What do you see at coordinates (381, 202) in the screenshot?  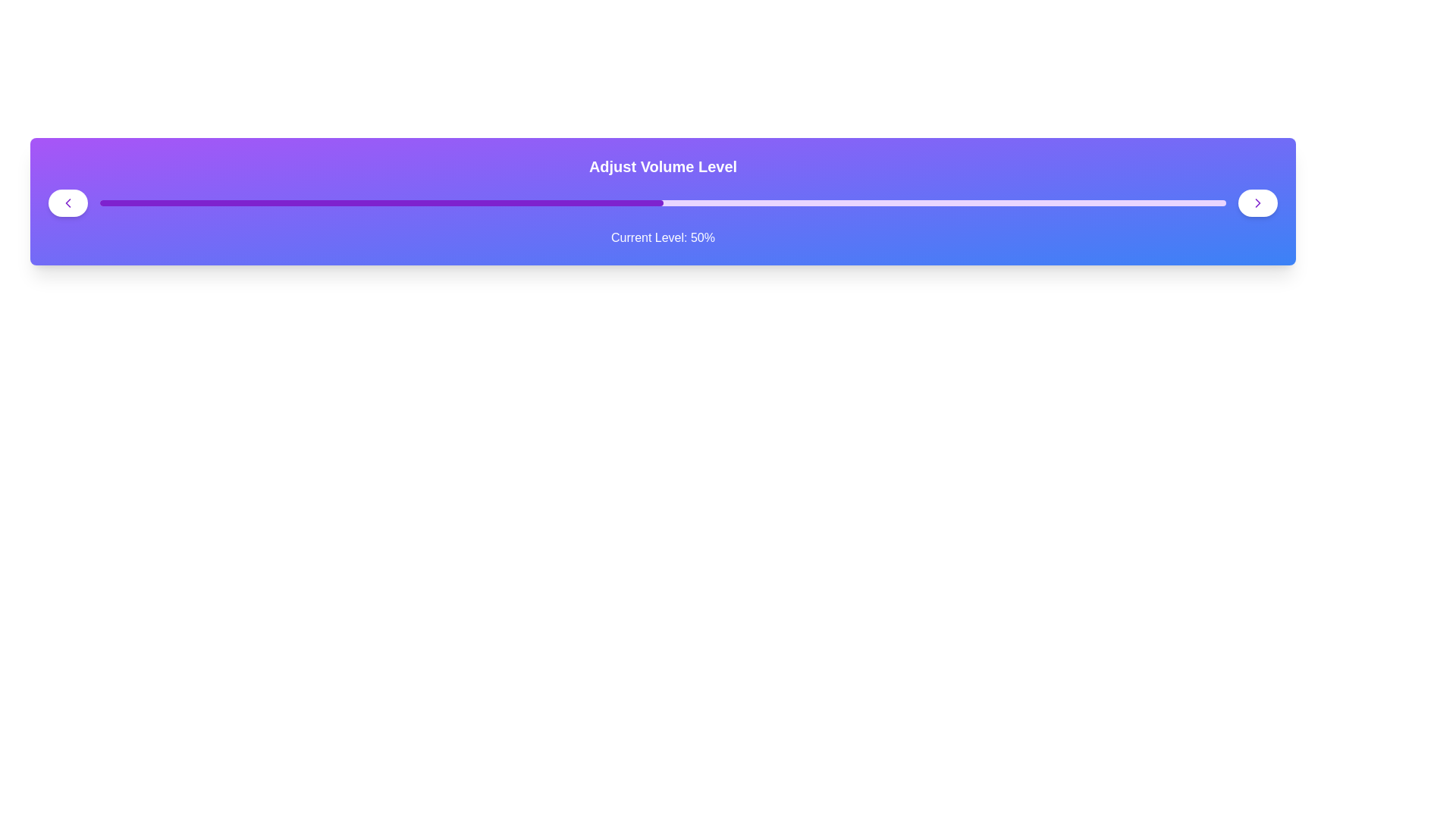 I see `the filled segment of the progress indicator bar, which visually represents 50% of the total range in the slider component` at bounding box center [381, 202].